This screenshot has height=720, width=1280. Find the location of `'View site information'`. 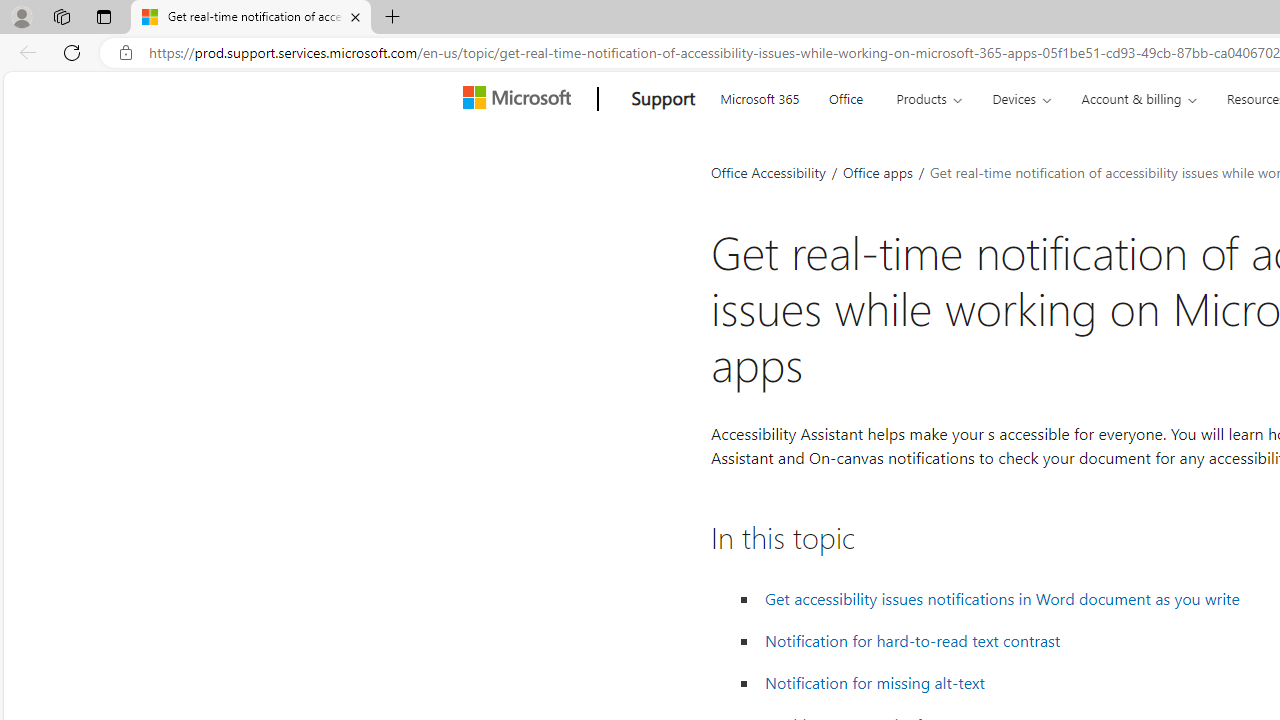

'View site information' is located at coordinates (125, 52).